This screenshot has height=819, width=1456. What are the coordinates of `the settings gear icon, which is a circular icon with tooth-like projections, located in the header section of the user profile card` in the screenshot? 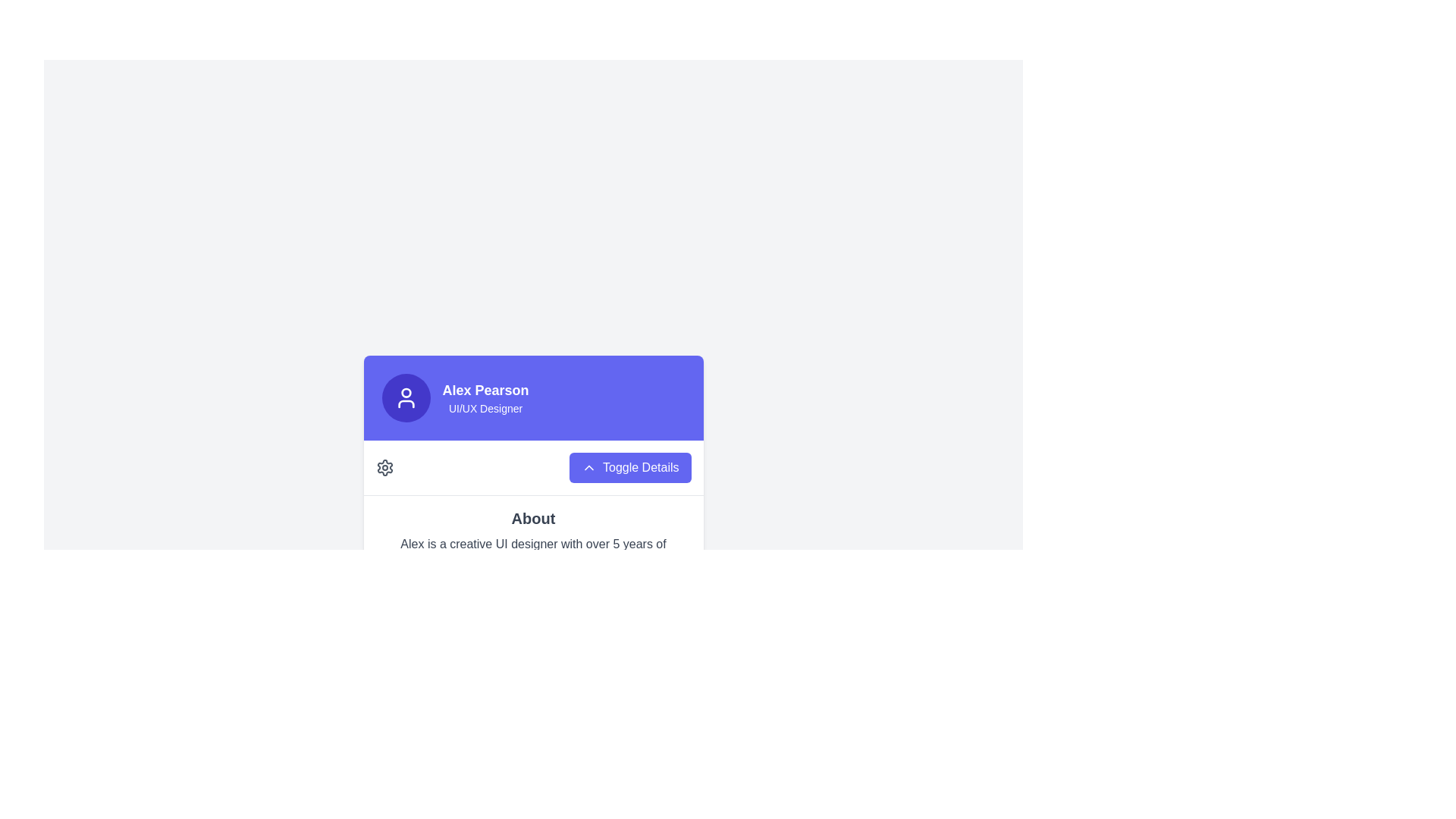 It's located at (384, 466).